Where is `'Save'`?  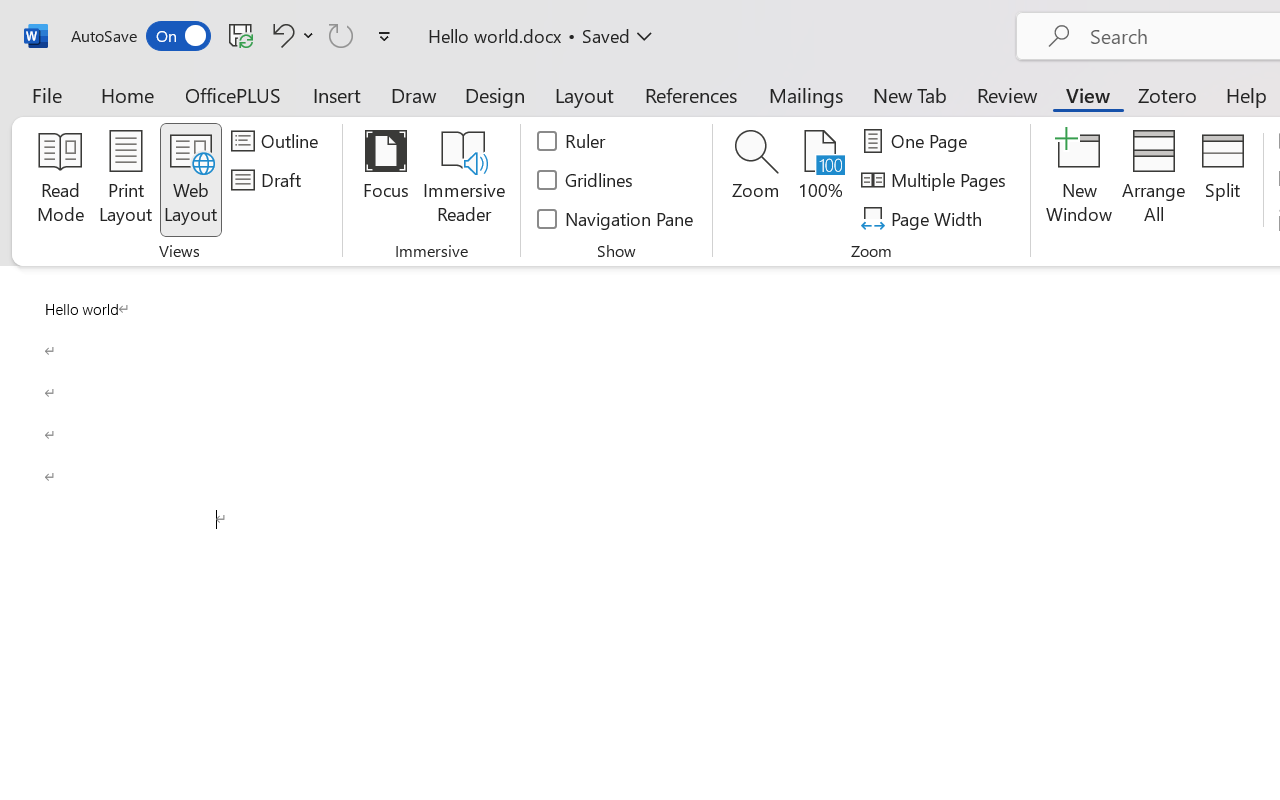
'Save' is located at coordinates (240, 34).